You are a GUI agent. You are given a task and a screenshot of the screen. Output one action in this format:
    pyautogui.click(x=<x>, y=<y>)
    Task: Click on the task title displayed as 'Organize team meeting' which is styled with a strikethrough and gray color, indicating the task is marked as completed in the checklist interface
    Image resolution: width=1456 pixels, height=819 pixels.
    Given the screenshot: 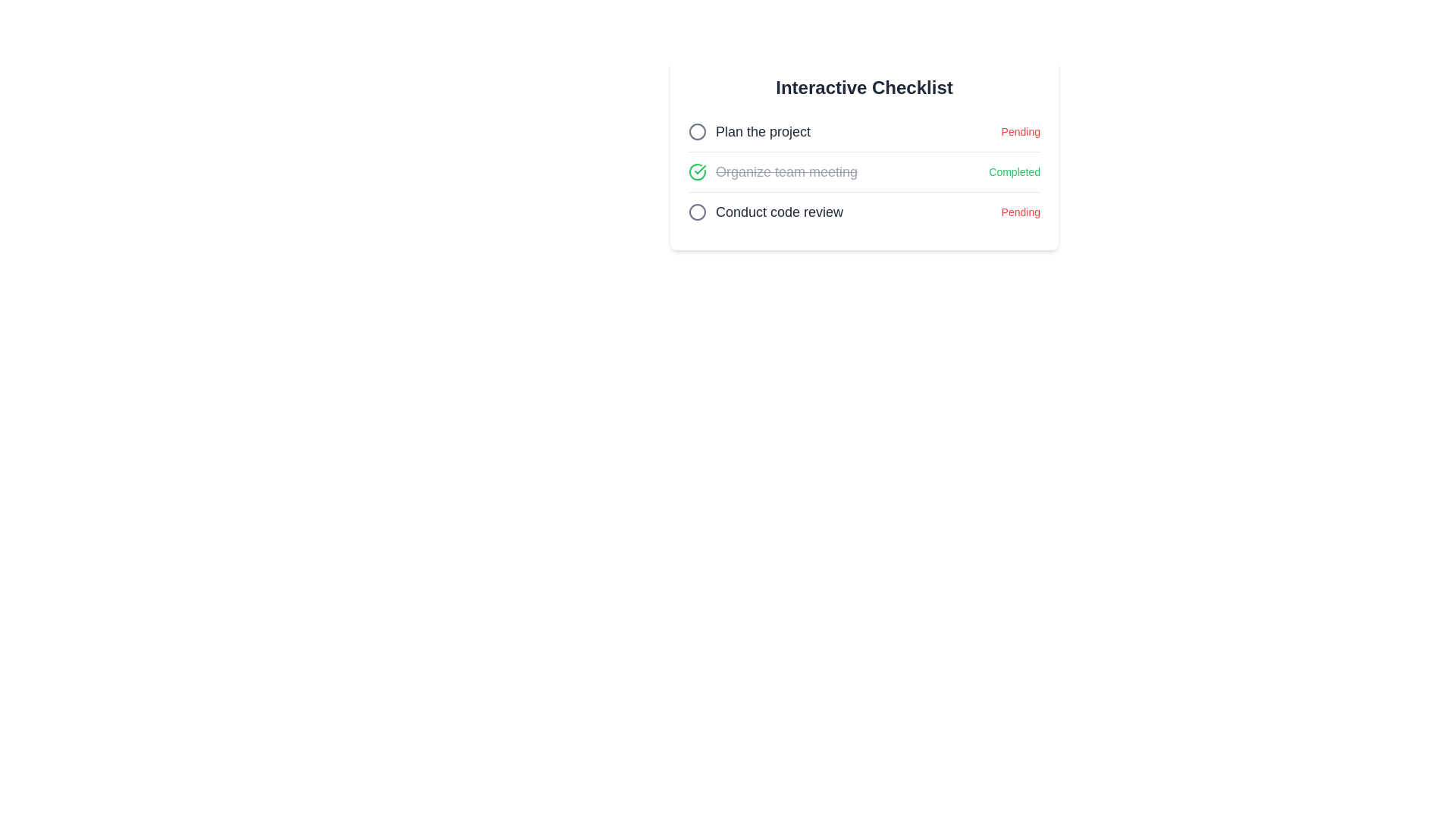 What is the action you would take?
    pyautogui.click(x=786, y=171)
    